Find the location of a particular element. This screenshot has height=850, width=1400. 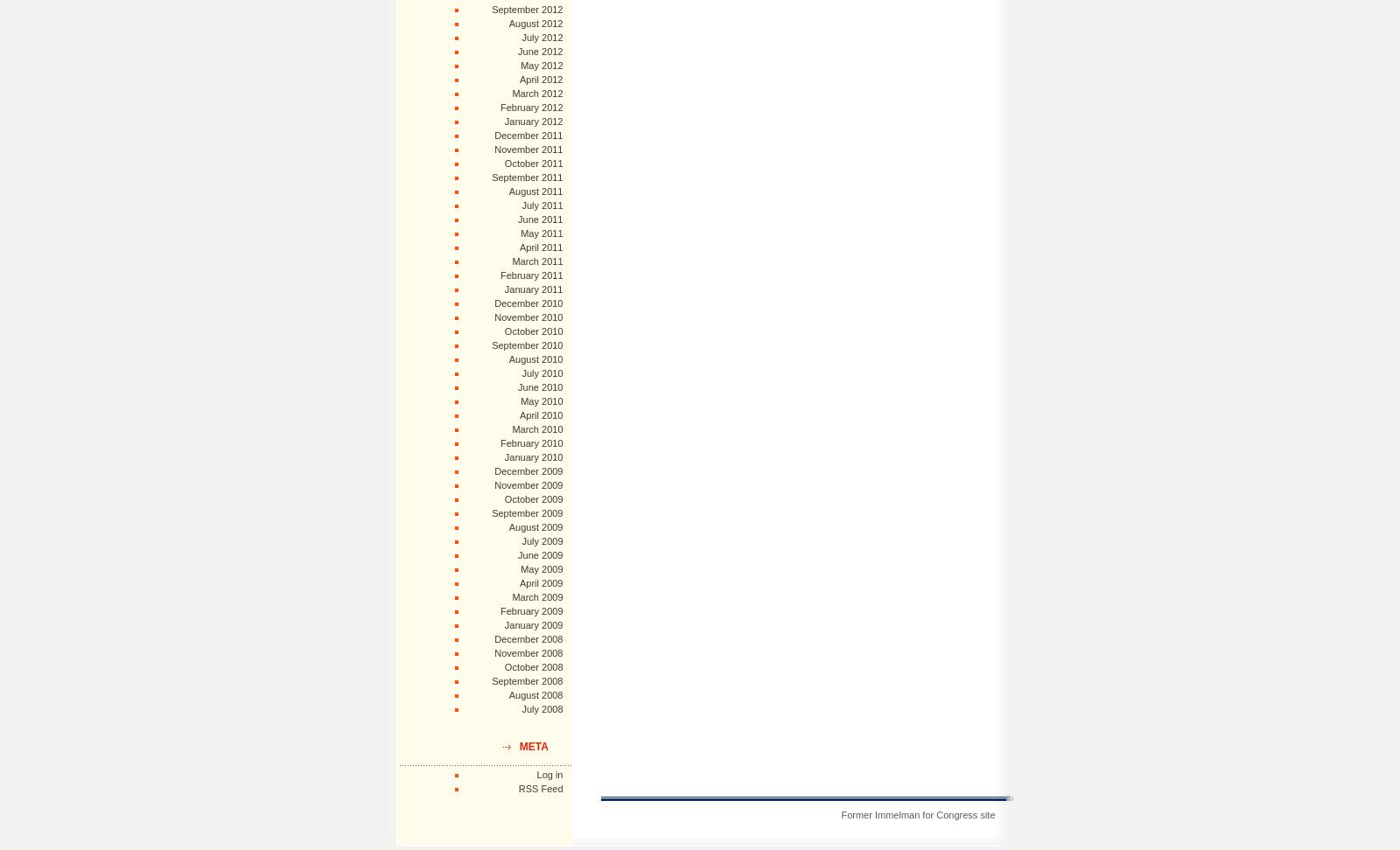

'November 2011' is located at coordinates (528, 149).